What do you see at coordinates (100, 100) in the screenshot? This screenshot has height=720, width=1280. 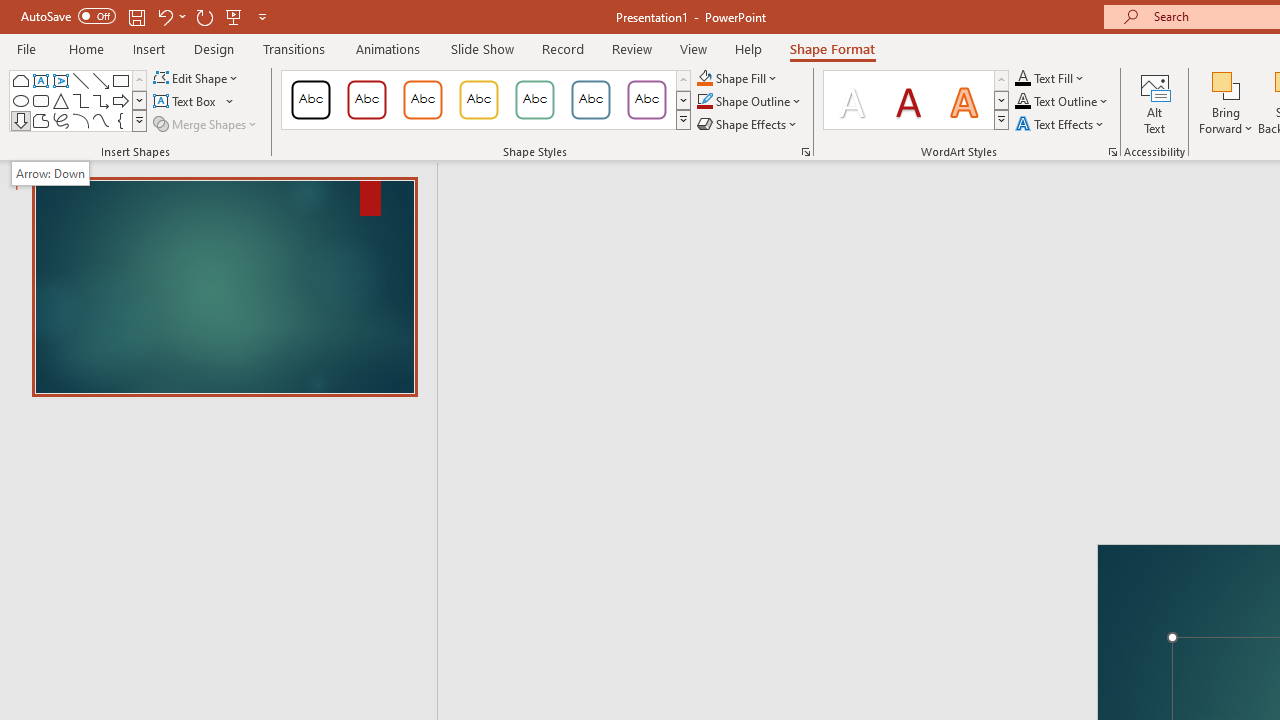 I see `'Connector: Elbow Arrow'` at bounding box center [100, 100].